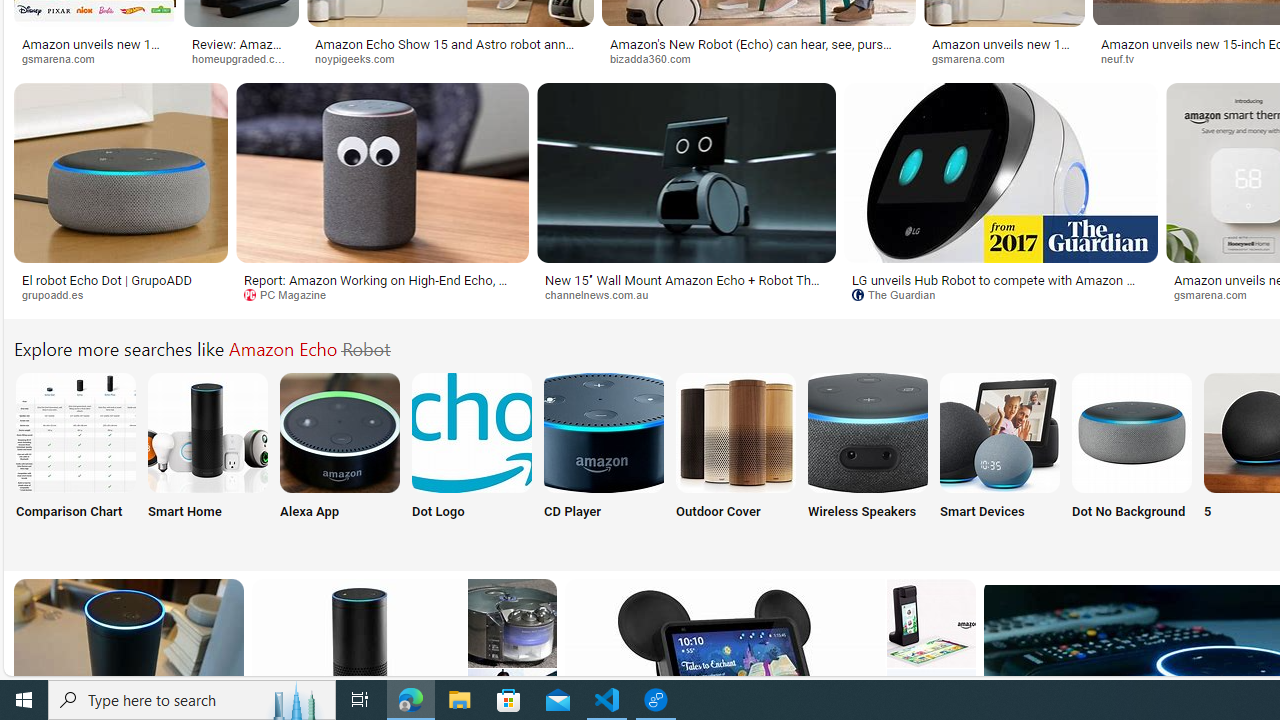 The height and width of the screenshot is (720, 1280). What do you see at coordinates (999, 431) in the screenshot?
I see `'Amazon Echo Smart Devices'` at bounding box center [999, 431].